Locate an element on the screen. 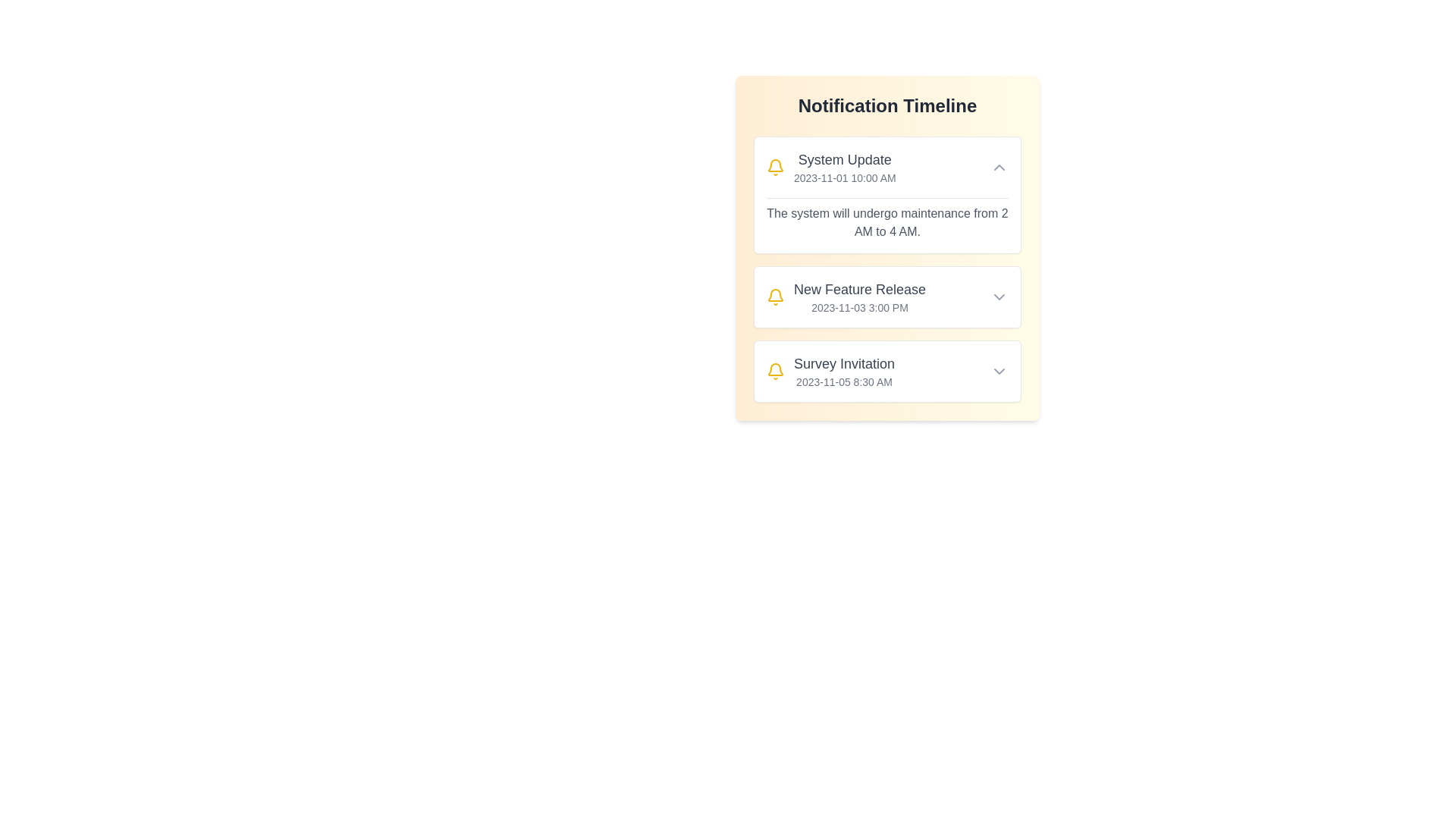  informational text element displaying the message 'The system will undergo maintenance from 2 AM to 4 AM.' which is styled with a gray font and located within the 'System Update' section of the notification timeline is located at coordinates (887, 222).